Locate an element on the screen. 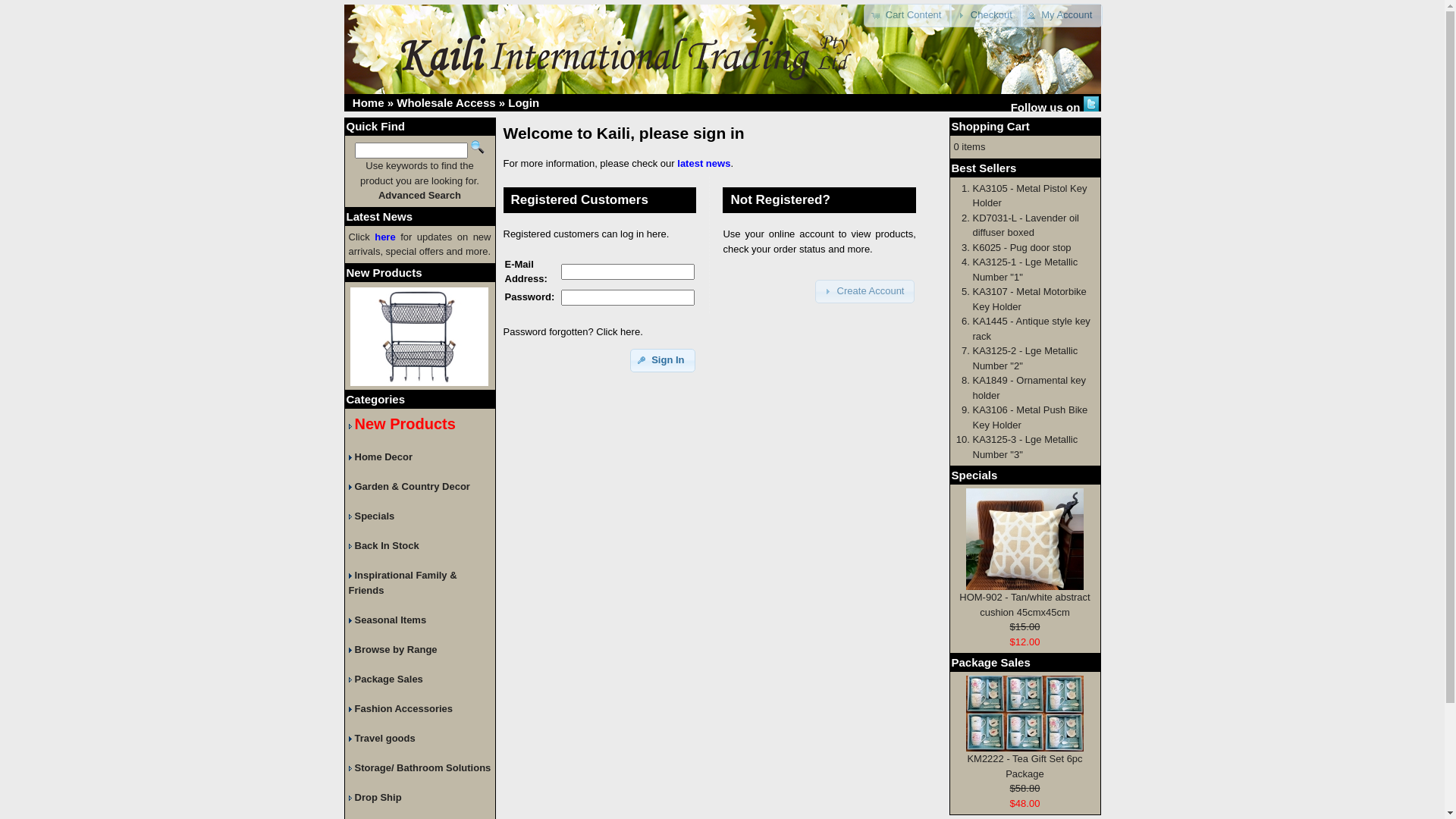  'KA3125-2 - Lge Metallic Number "2"' is located at coordinates (1025, 358).